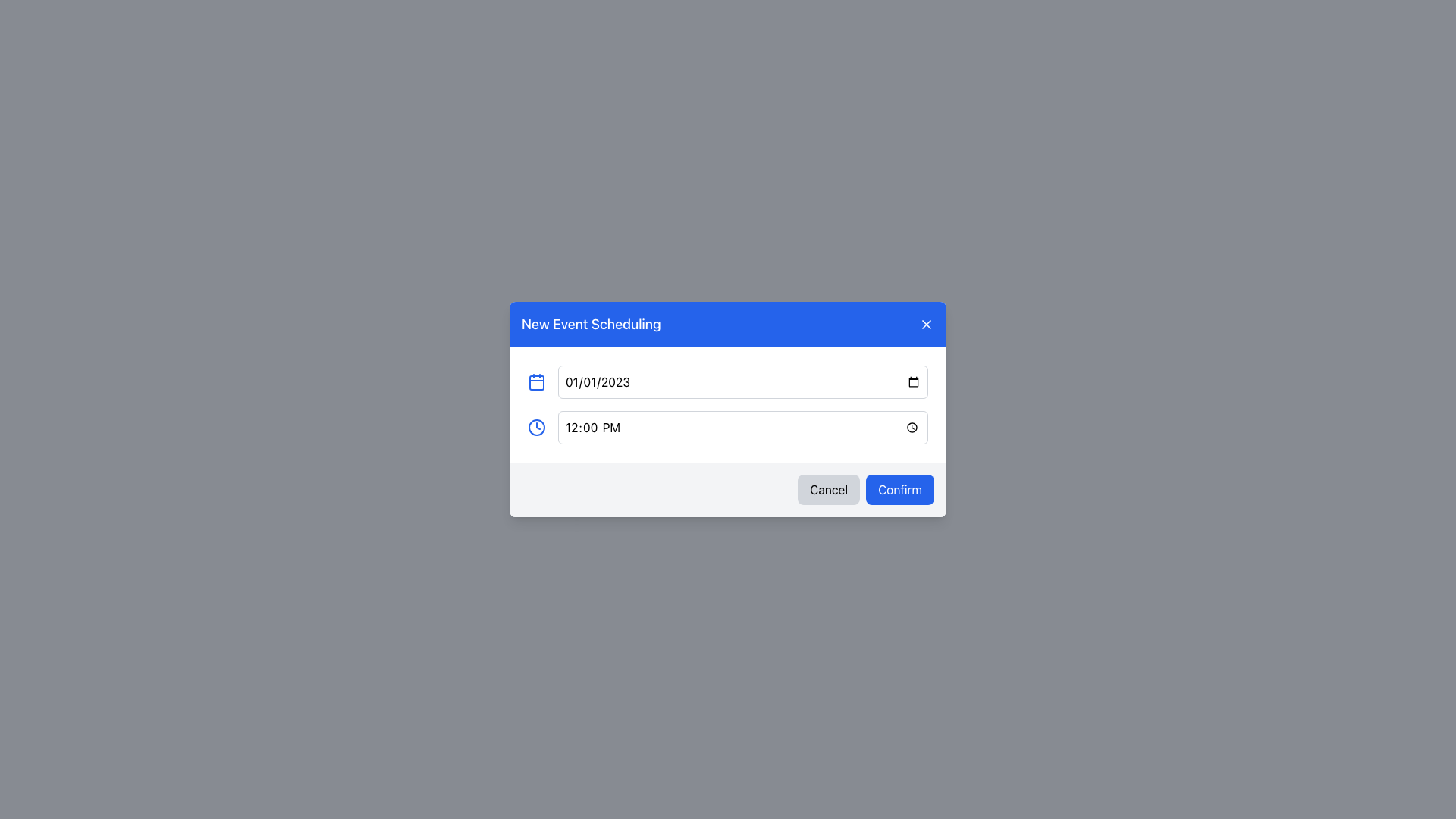  I want to click on the SVG Circle that serves as the visual boundary for the clock icon adjacent to the '12:00 PM' time input field, so click(537, 427).